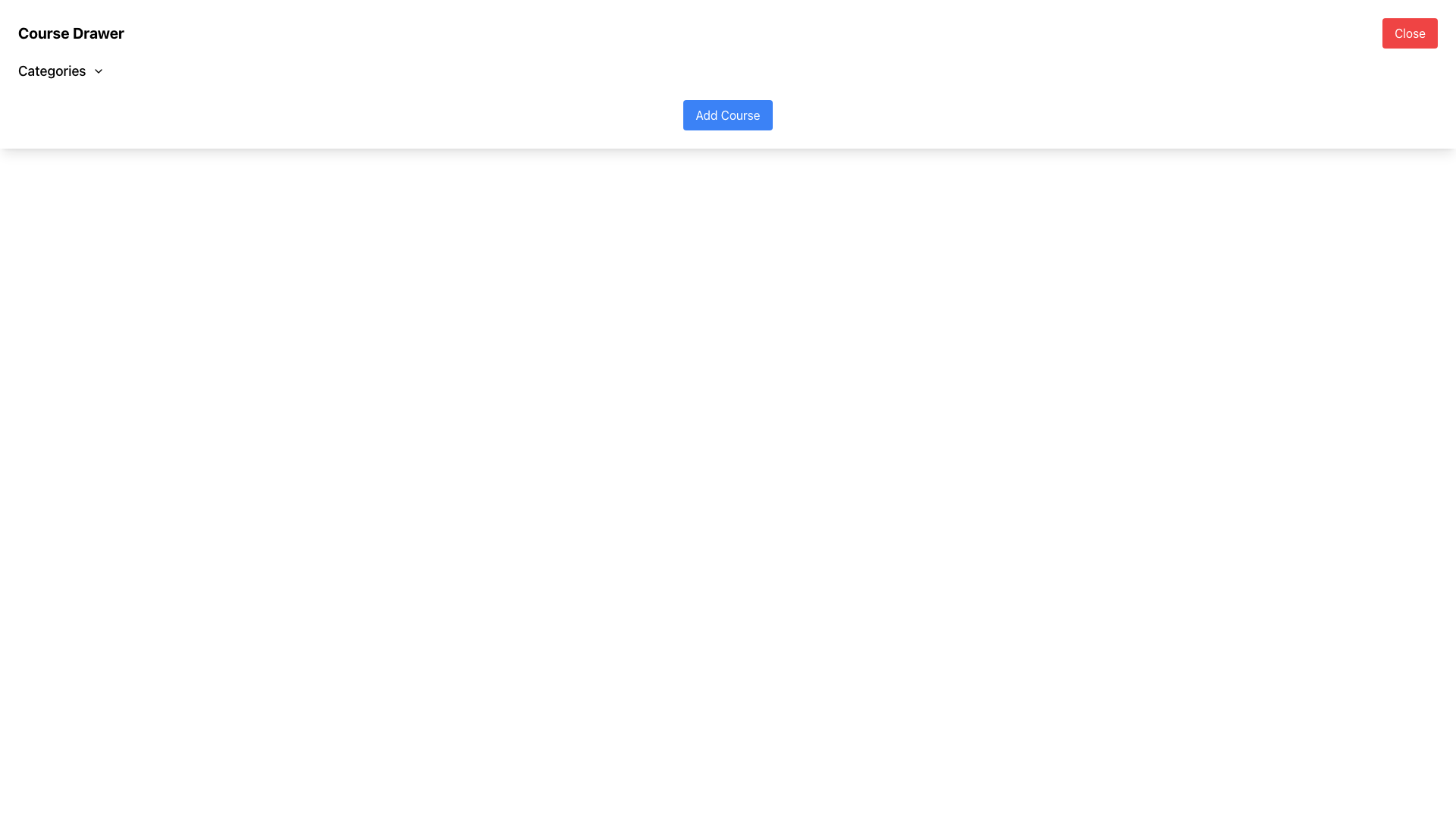 Image resolution: width=1456 pixels, height=819 pixels. What do you see at coordinates (61, 71) in the screenshot?
I see `the Dropdown Menu Trigger located below the heading 'Course Drawer'` at bounding box center [61, 71].